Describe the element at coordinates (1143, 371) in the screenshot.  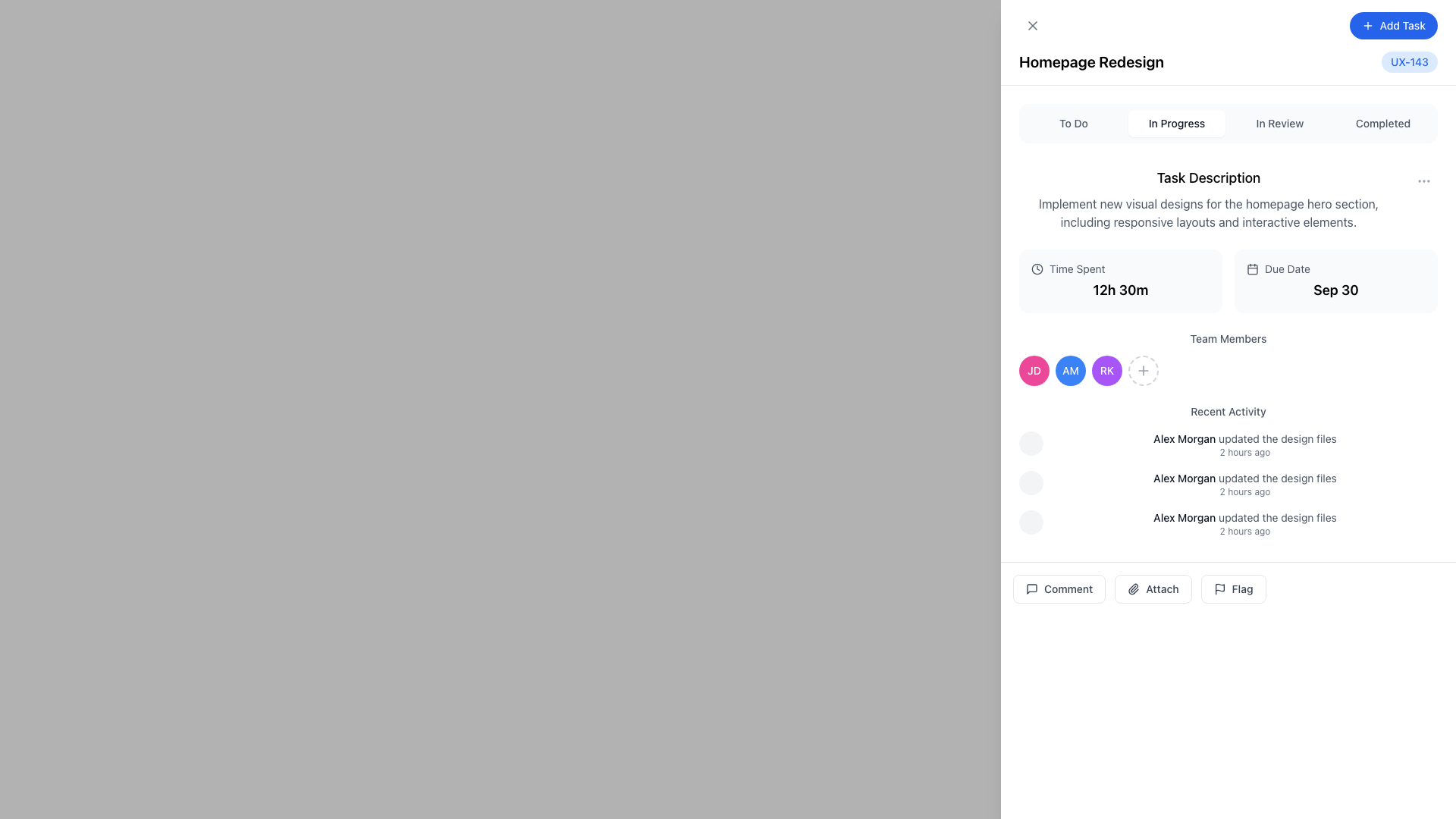
I see `the fourth circular button with a dashed gray border and a plus icon in the 'Team Members' section, located next to the purple avatar with 'RK' to change its appearance` at that location.